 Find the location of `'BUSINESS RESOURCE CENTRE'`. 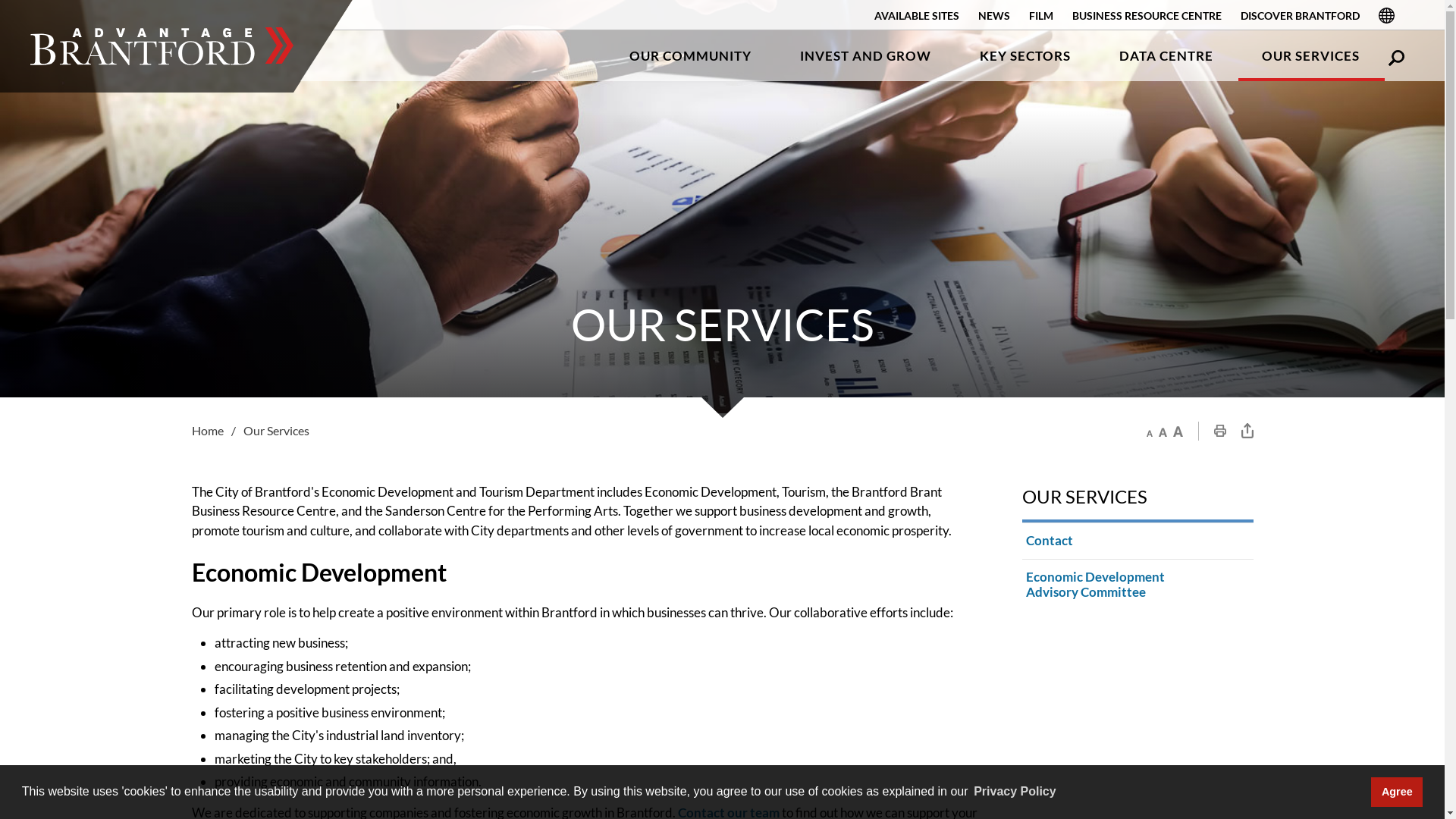

'BUSINESS RESOURCE CENTRE' is located at coordinates (1147, 15).